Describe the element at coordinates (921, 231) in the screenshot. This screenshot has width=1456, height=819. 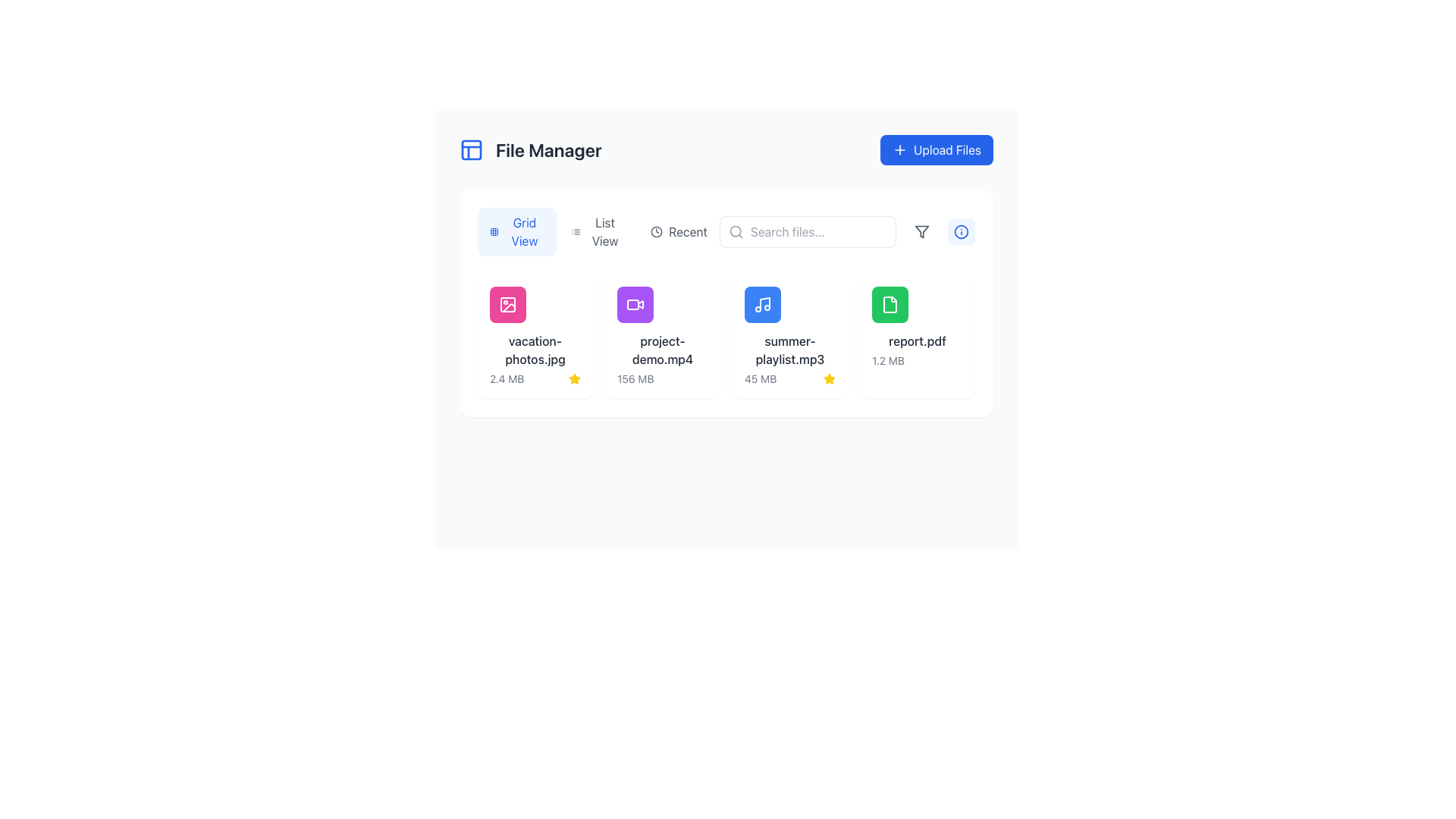
I see `the filtering icon located to the right of the search bar in the upper region of the interface` at that location.